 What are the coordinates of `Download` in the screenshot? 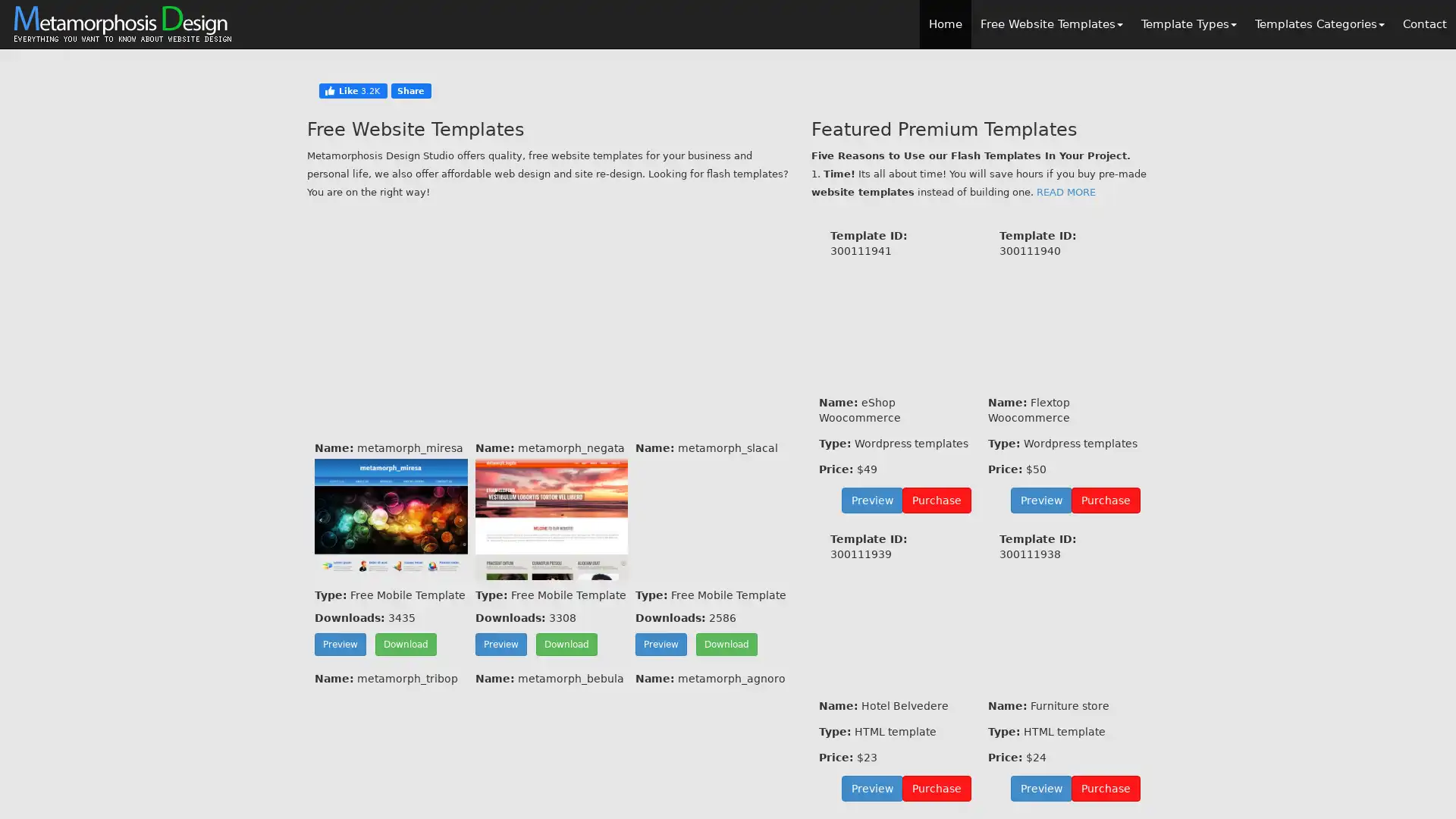 It's located at (565, 644).